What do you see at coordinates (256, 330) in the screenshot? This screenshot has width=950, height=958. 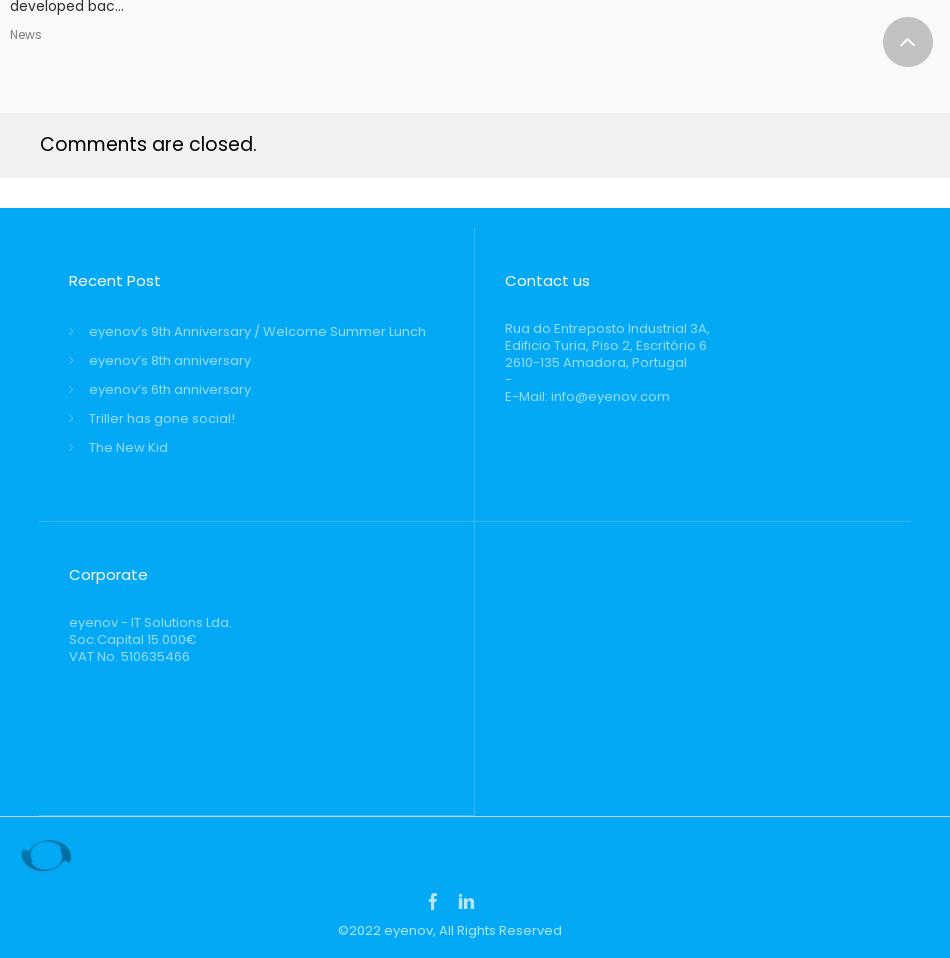 I see `'eyenov’s 9th Anniversary / Welcome Summer Lunch'` at bounding box center [256, 330].